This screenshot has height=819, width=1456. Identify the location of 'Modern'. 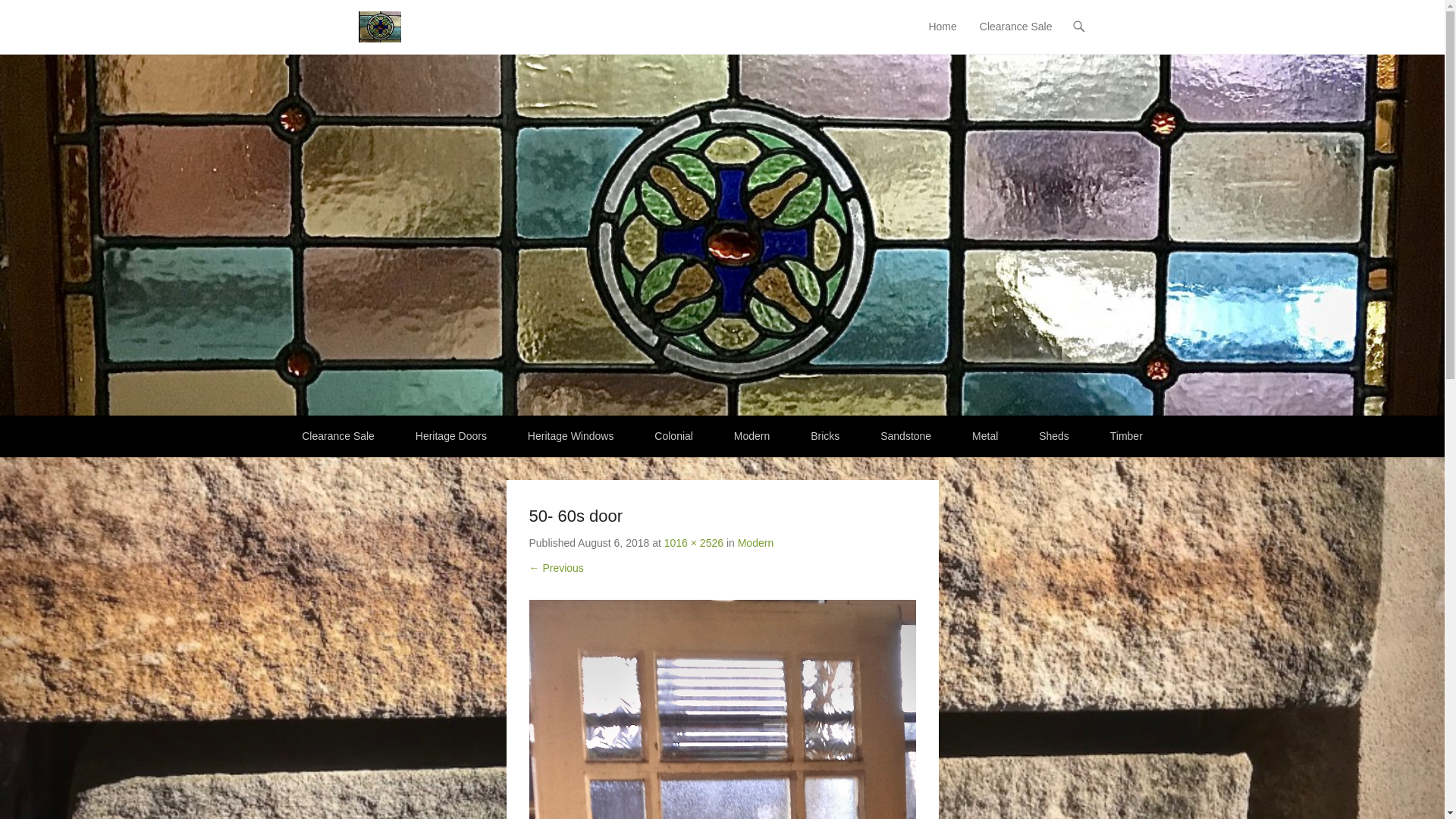
(755, 542).